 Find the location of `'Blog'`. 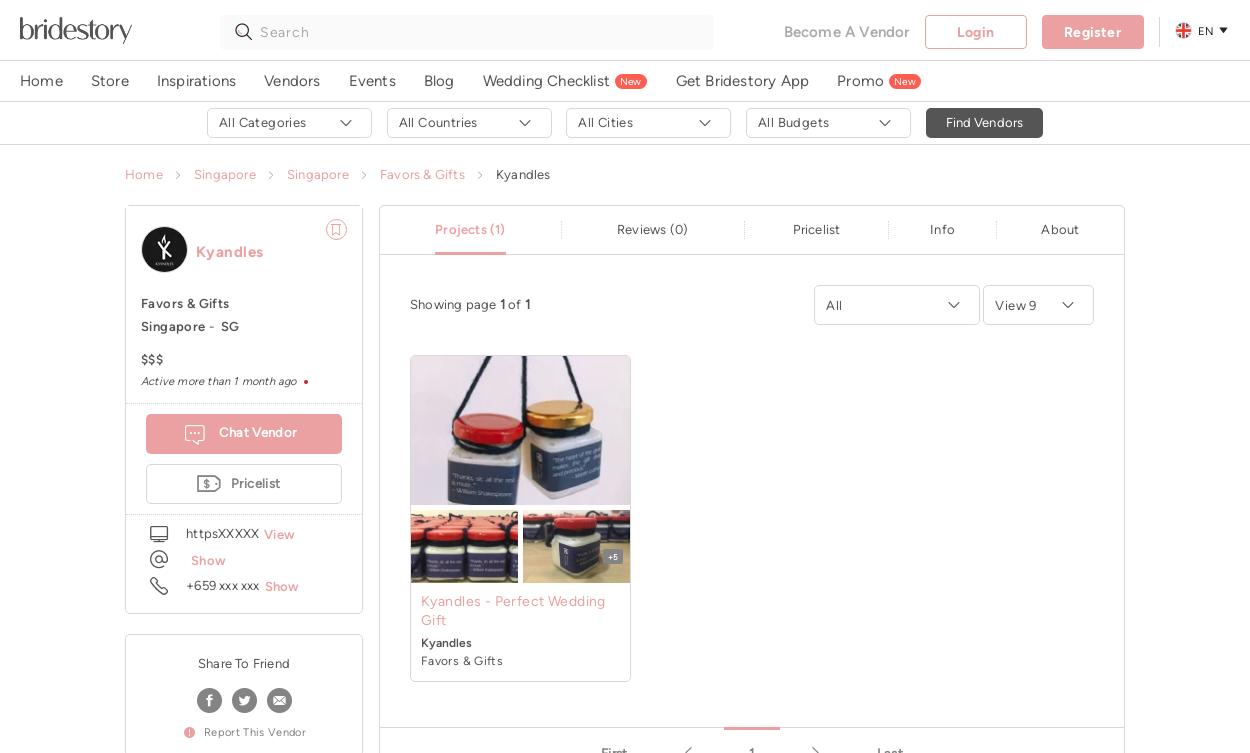

'Blog' is located at coordinates (438, 81).